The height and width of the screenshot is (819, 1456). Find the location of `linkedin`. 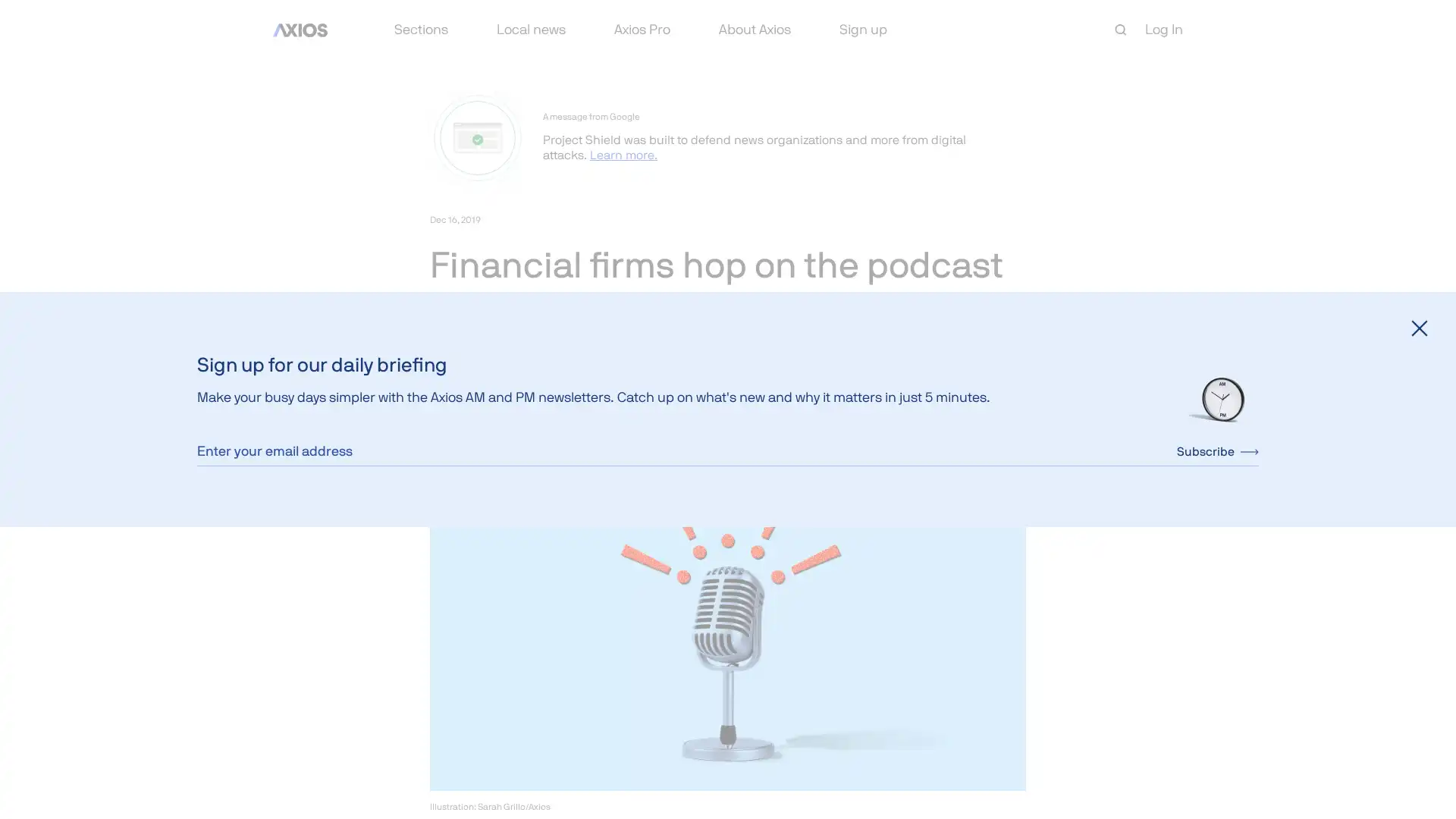

linkedin is located at coordinates (513, 412).